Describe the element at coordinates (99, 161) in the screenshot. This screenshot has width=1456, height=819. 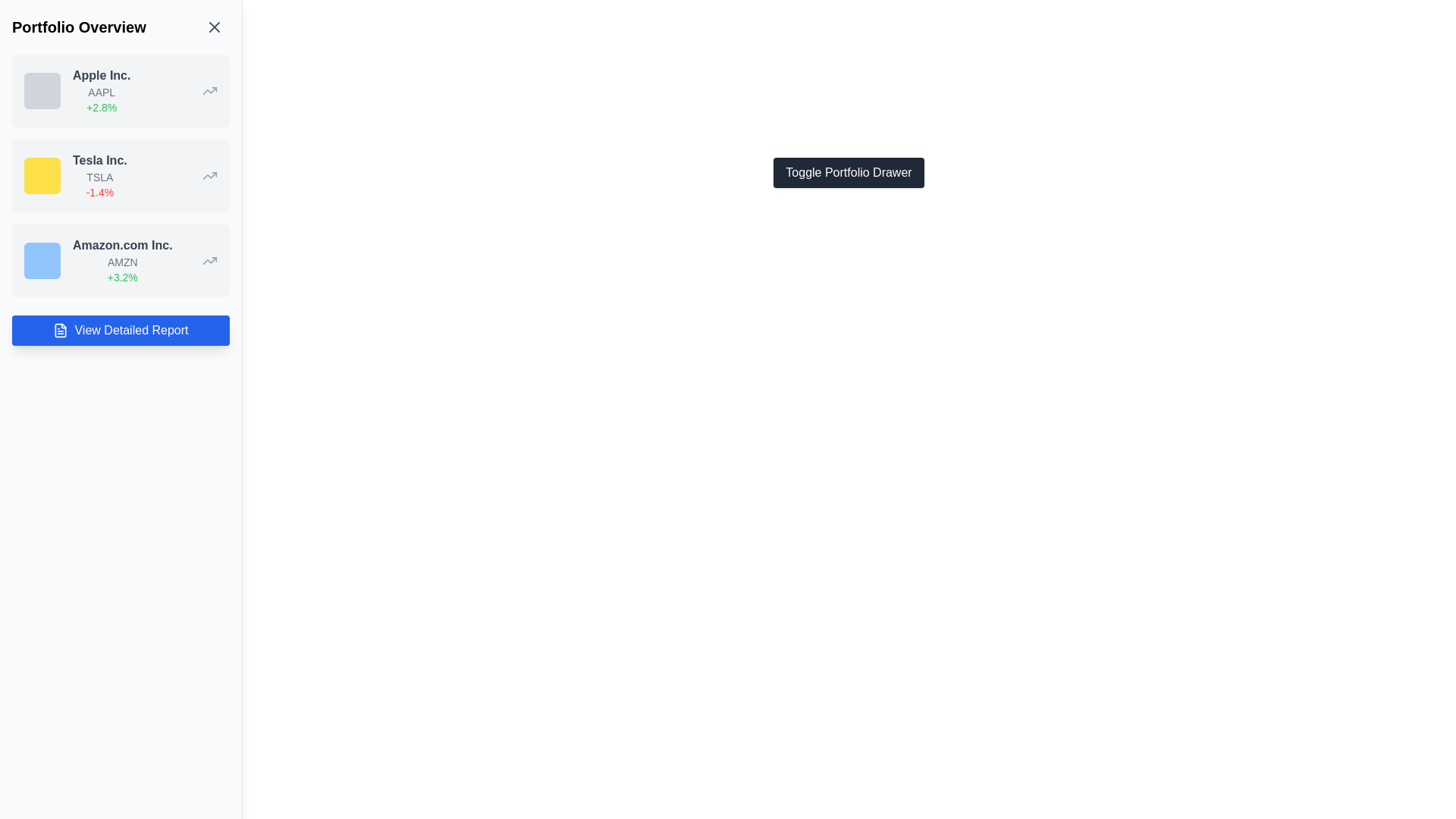
I see `the text label displaying 'Tesla Inc.' in bold gray font, located at the top of the Tesla card in the mid-tier of a vertical list of company cards` at that location.